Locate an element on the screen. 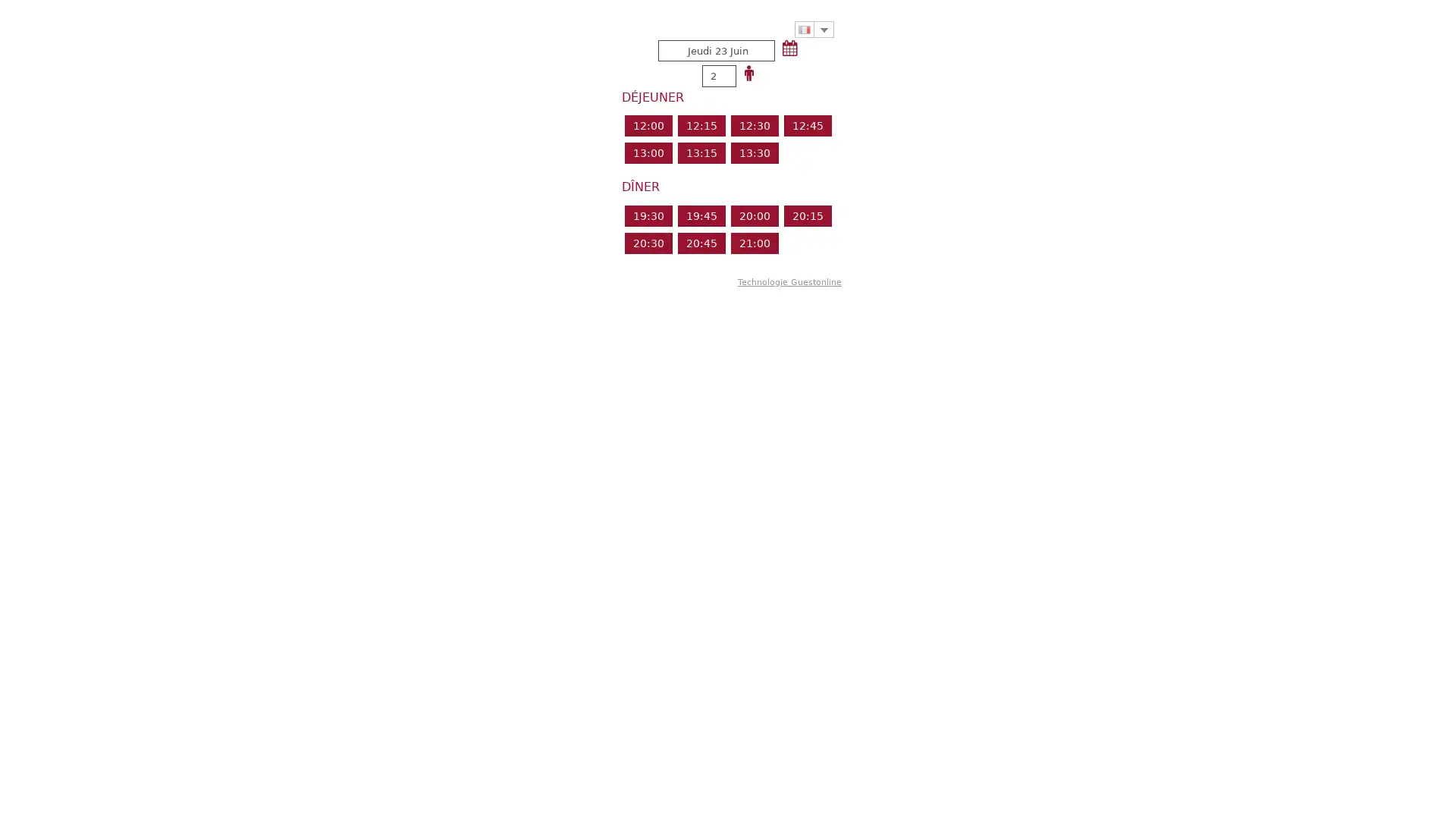  19:45 is located at coordinates (700, 215).